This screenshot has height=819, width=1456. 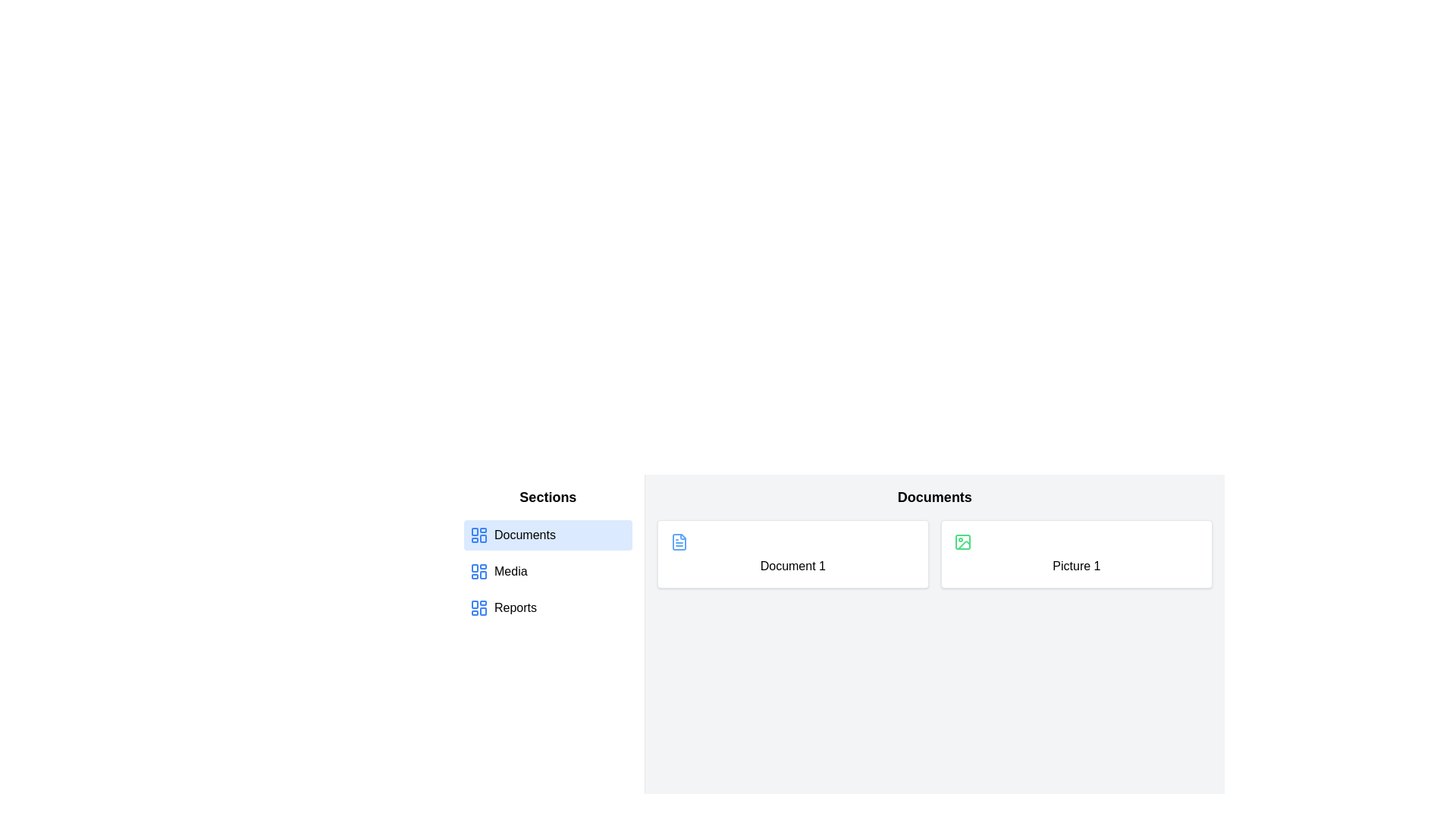 What do you see at coordinates (1076, 566) in the screenshot?
I see `text from the descriptive label located at the bottom of the image card in the 'Documents' section of the user interface, which is positioned next to the 'Document 1' card` at bounding box center [1076, 566].